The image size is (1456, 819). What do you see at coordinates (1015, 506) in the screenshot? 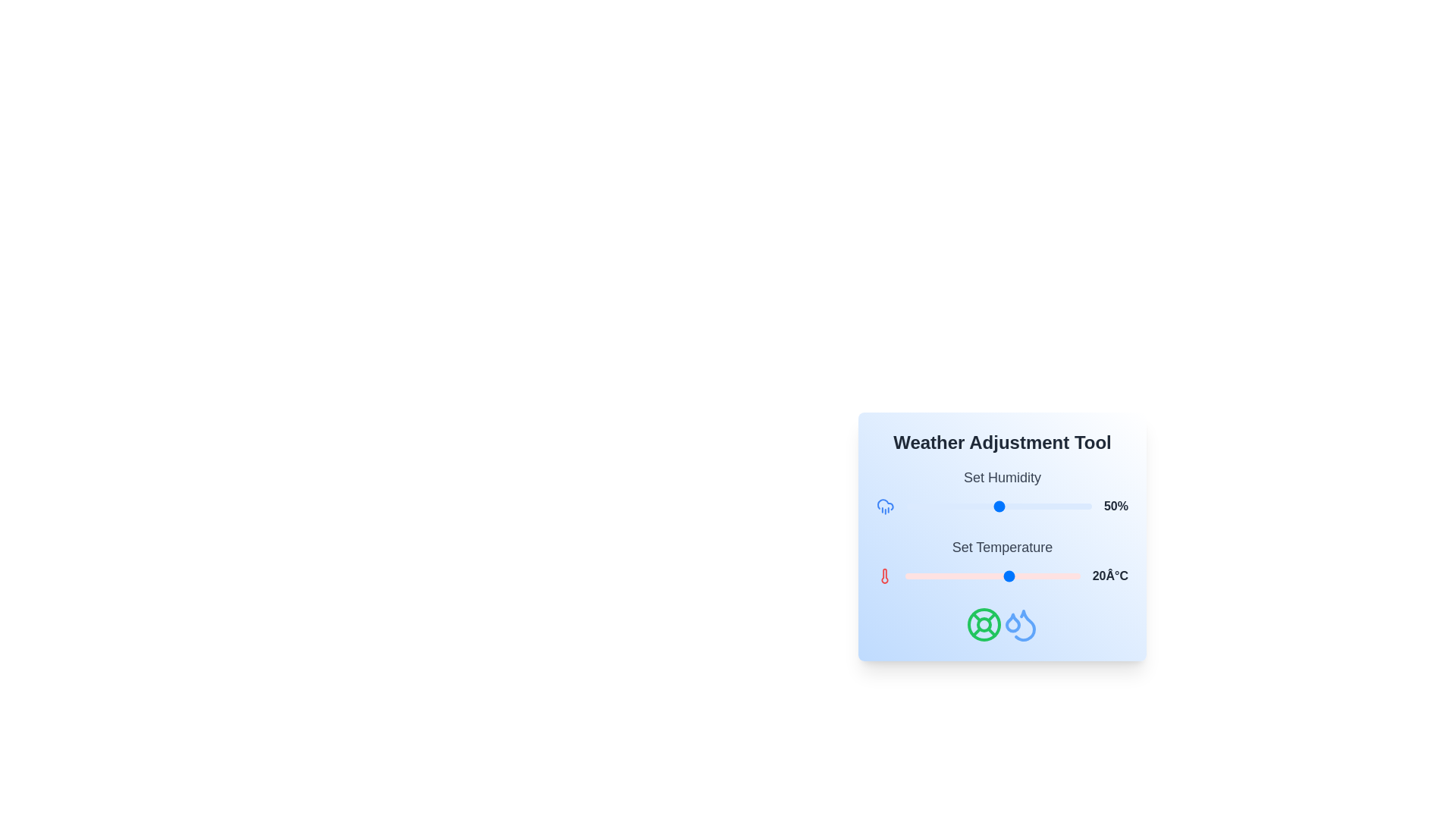
I see `the humidity slider to 59%` at bounding box center [1015, 506].